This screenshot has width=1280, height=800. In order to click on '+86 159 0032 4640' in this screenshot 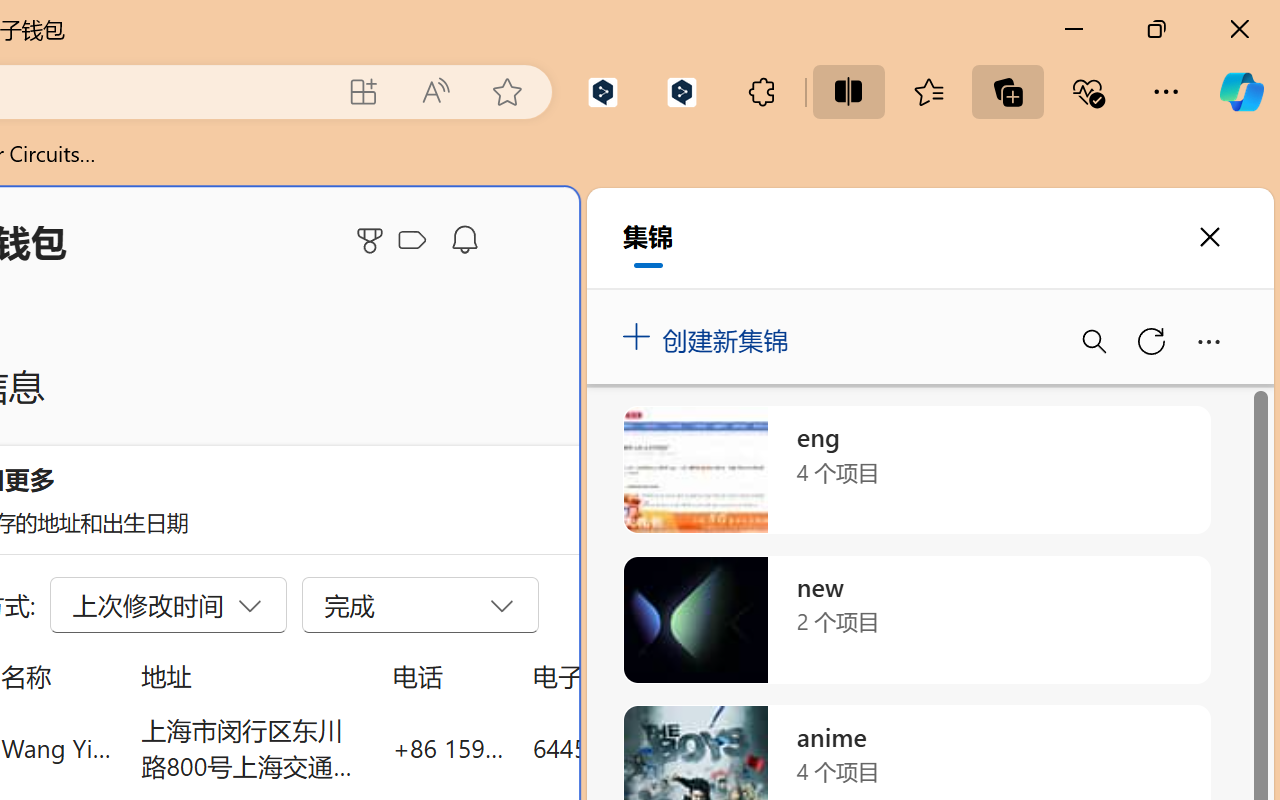, I will do `click(447, 747)`.